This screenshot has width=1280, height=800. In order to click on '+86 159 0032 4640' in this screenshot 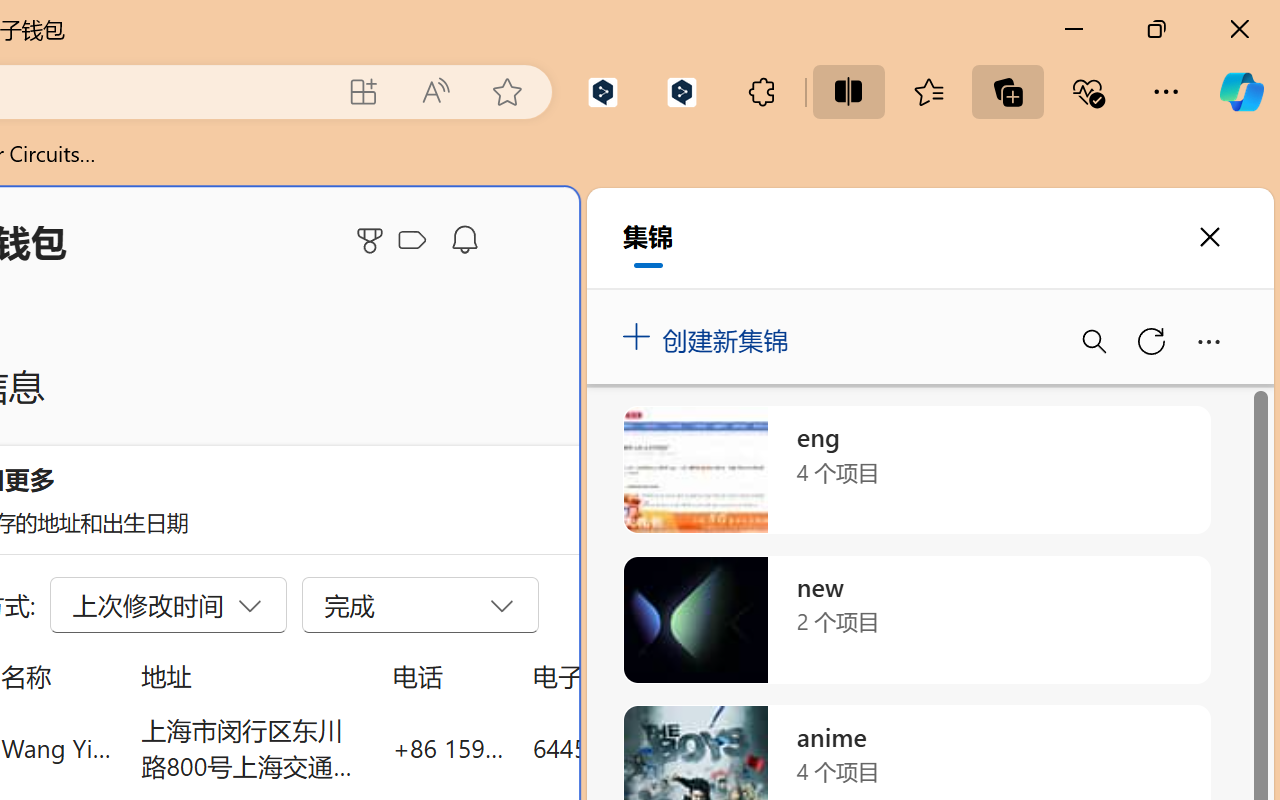, I will do `click(447, 747)`.